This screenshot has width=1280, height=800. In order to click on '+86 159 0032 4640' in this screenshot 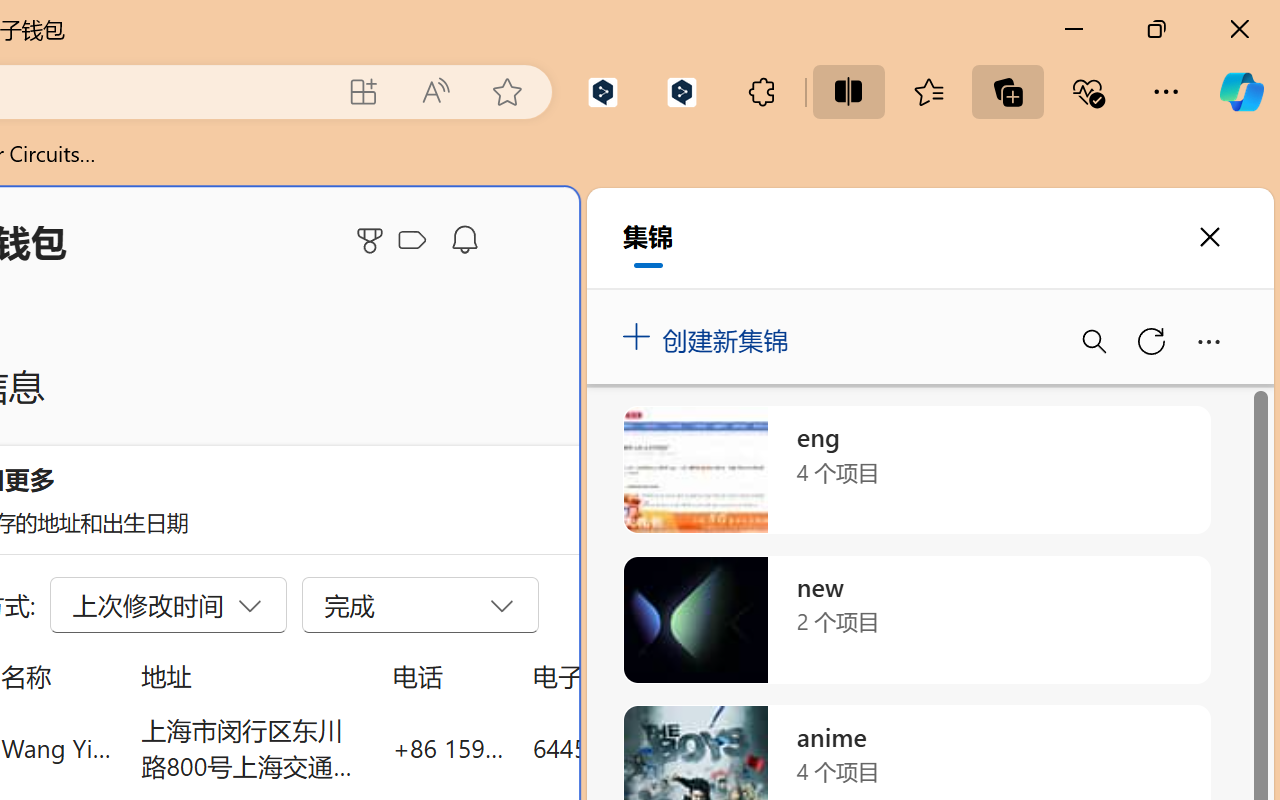, I will do `click(447, 747)`.